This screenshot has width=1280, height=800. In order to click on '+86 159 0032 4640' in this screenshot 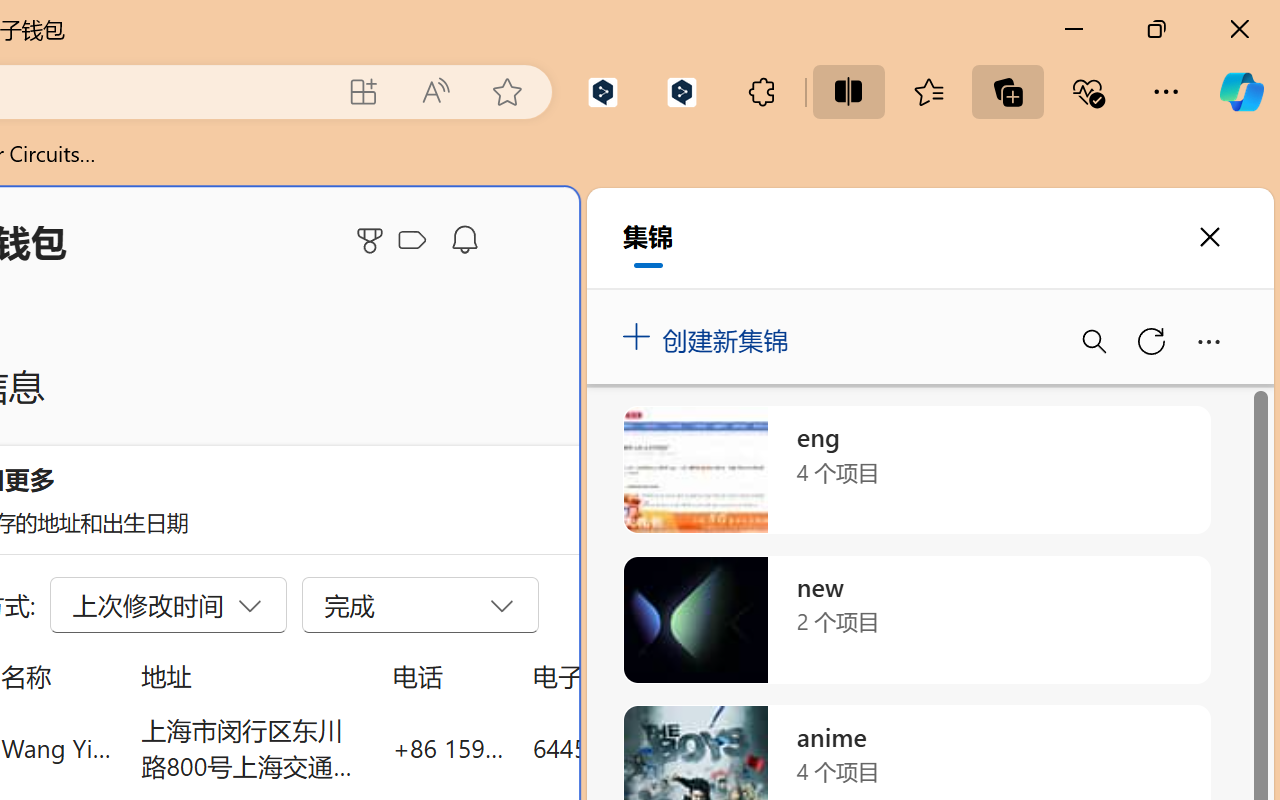, I will do `click(447, 747)`.